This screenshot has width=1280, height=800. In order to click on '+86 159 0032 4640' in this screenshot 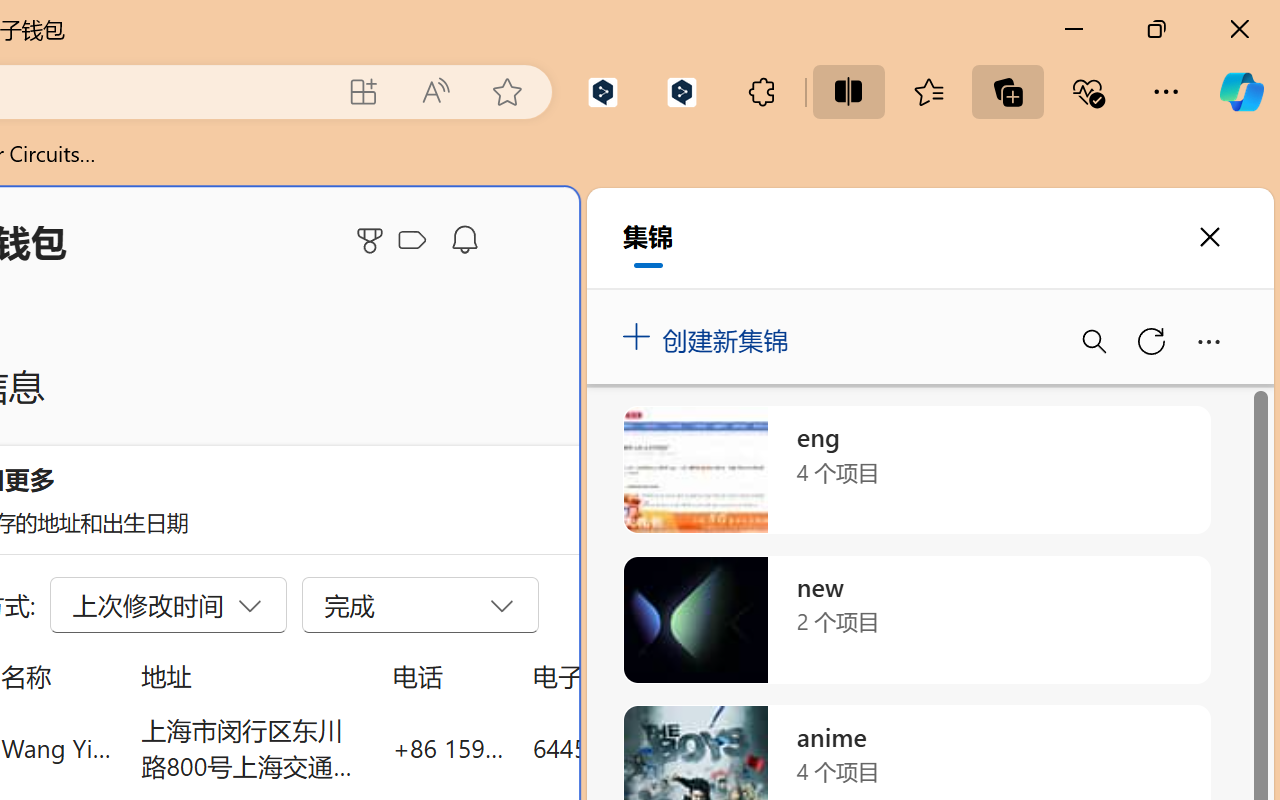, I will do `click(447, 747)`.